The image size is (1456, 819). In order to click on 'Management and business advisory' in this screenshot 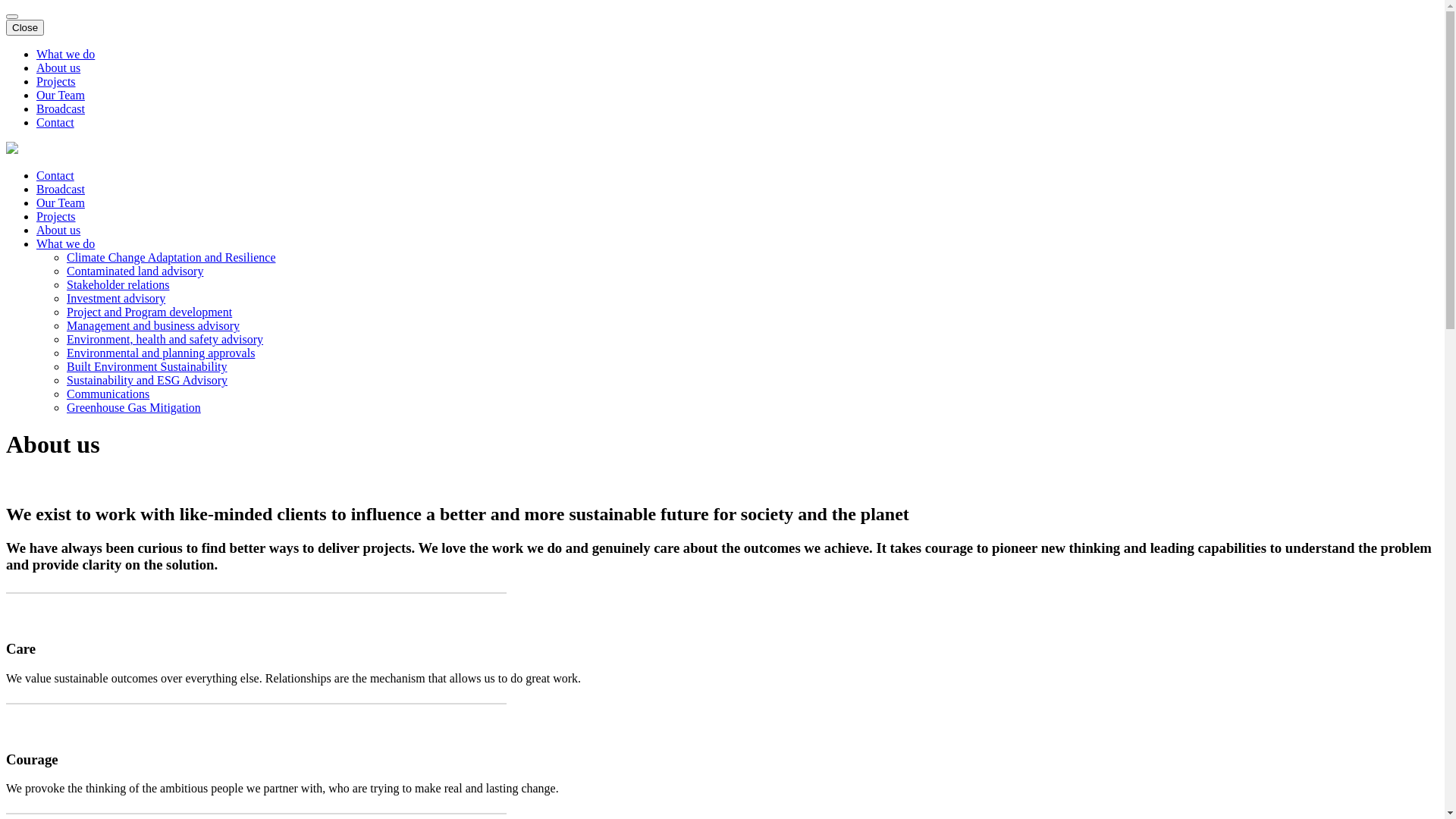, I will do `click(65, 325)`.